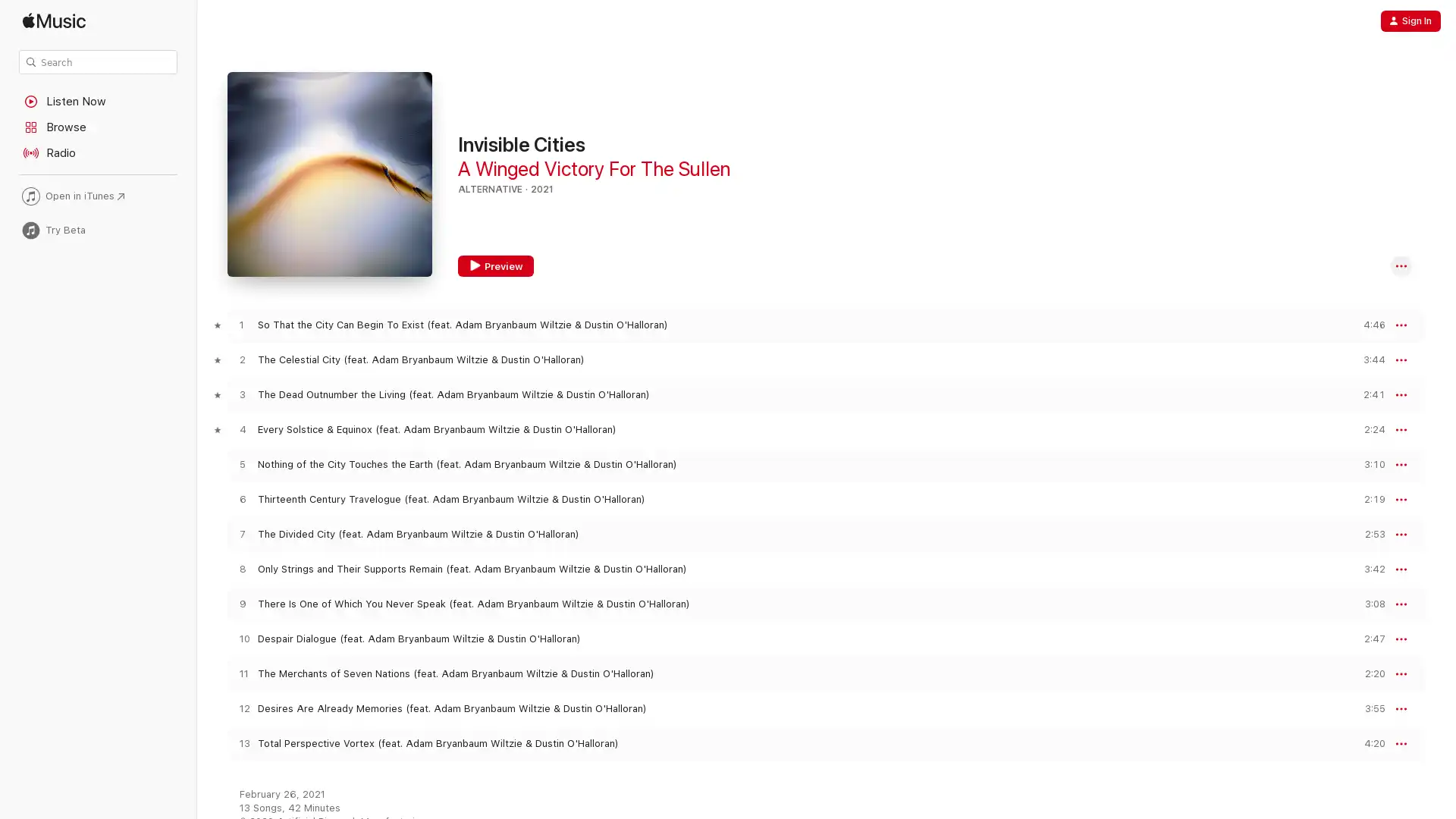 This screenshot has height=819, width=1456. I want to click on Preview, so click(1368, 463).